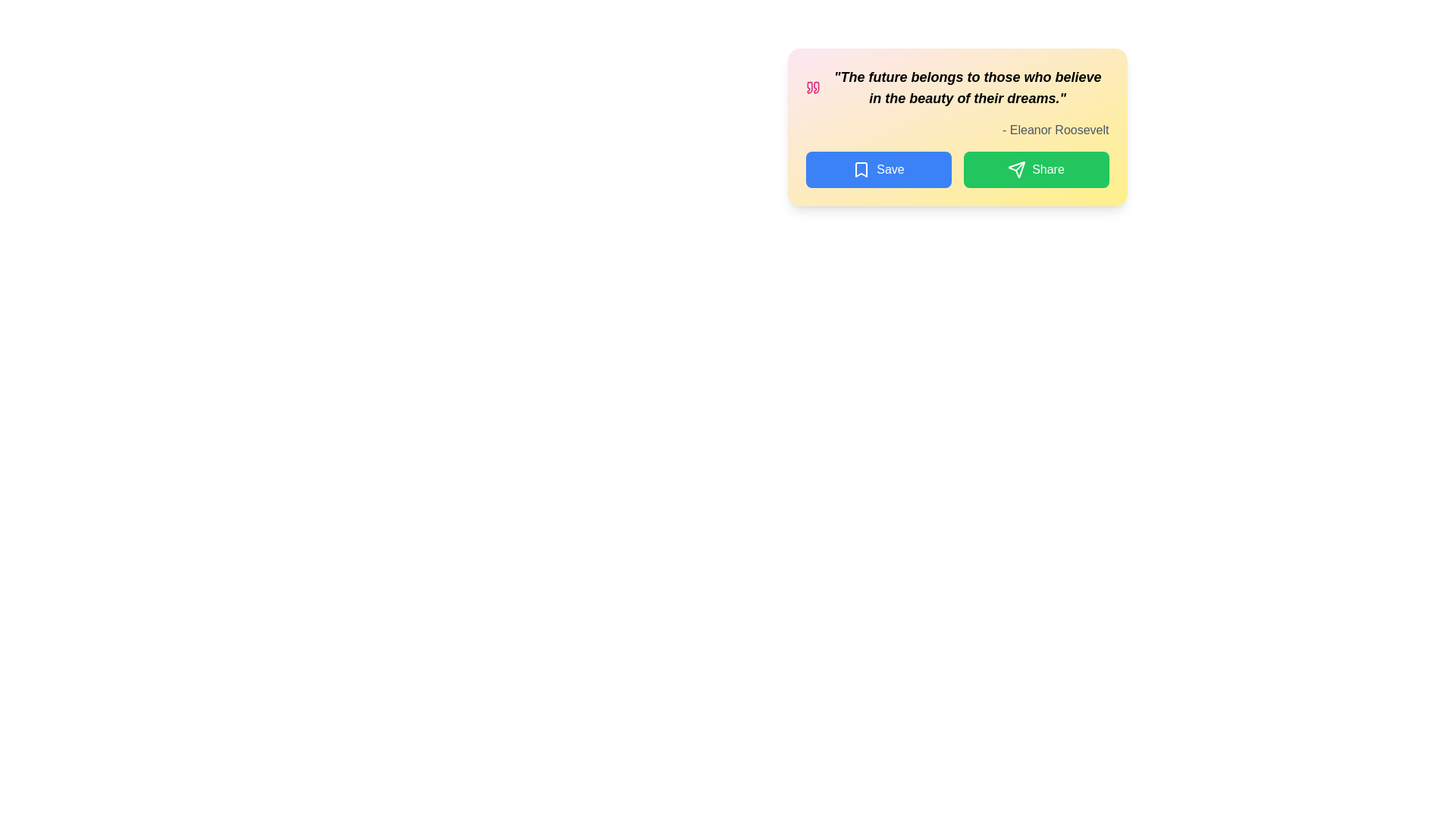 The image size is (1456, 819). Describe the element at coordinates (861, 169) in the screenshot. I see `the bookmark icon located inside the 'Save' button, which is the second button from the left in the horizontal button group at the bottom center of the card` at that location.